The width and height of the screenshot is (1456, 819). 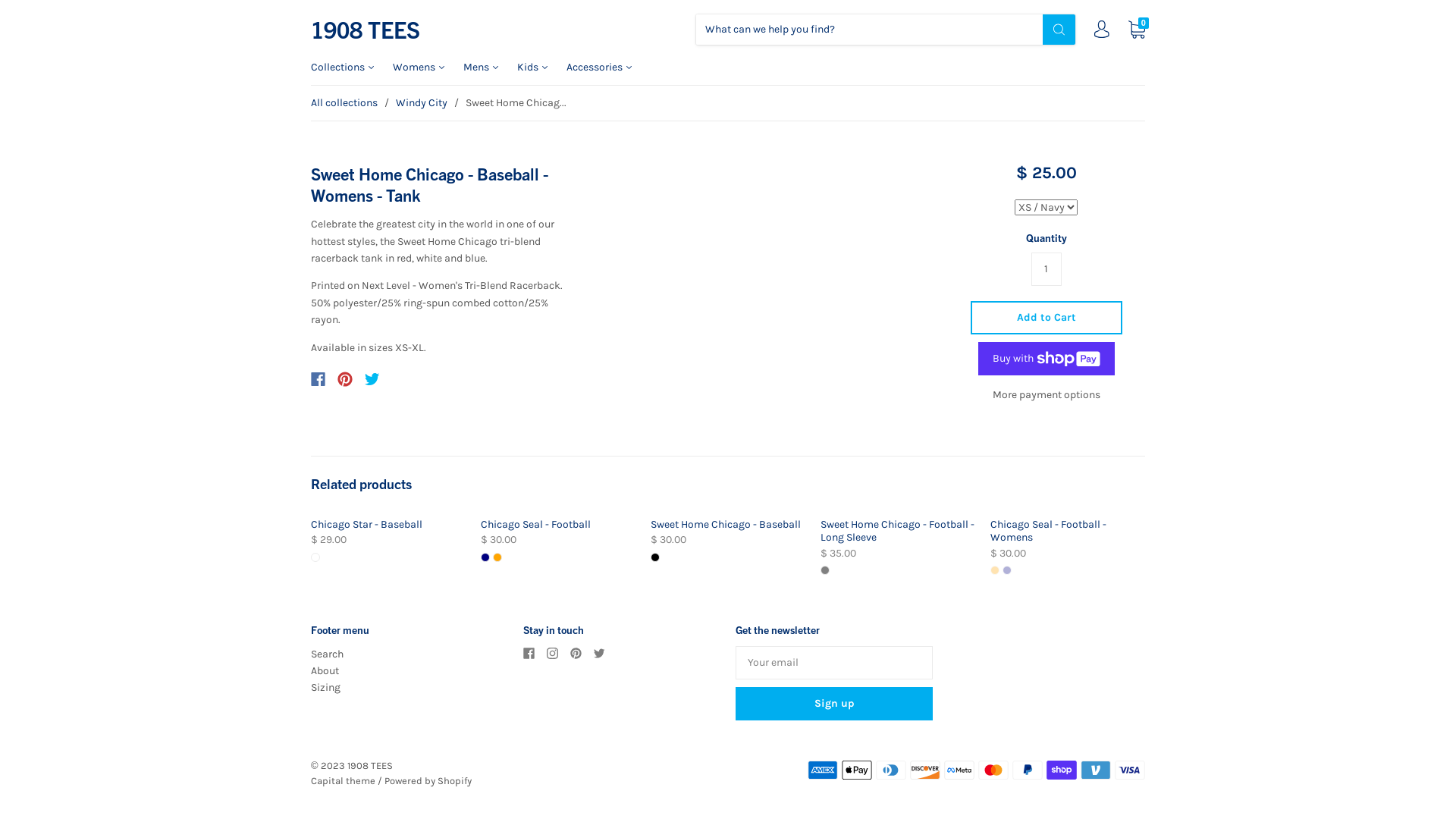 What do you see at coordinates (535, 523) in the screenshot?
I see `'Chicago Seal - Football'` at bounding box center [535, 523].